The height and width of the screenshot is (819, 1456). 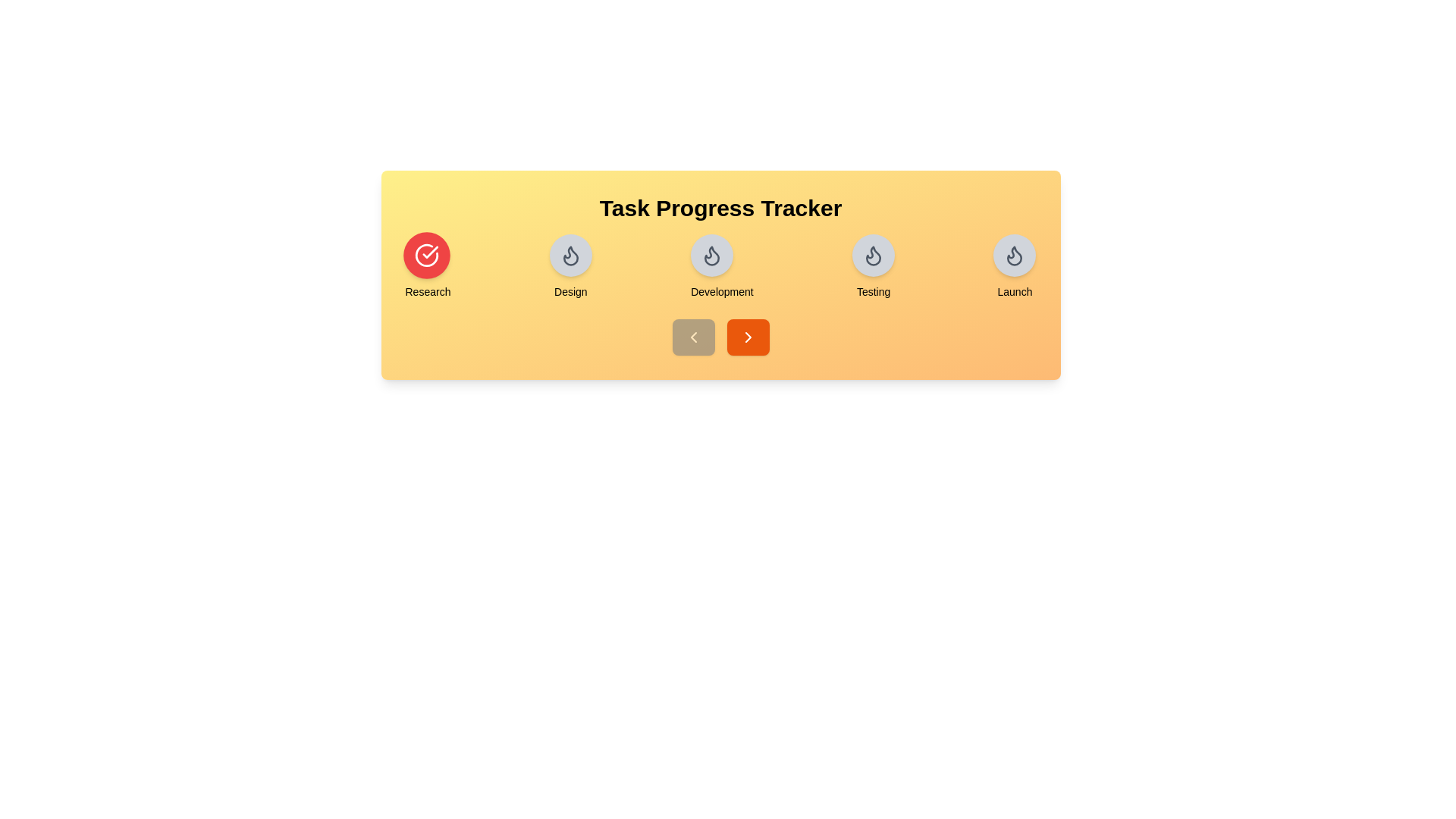 What do you see at coordinates (570, 255) in the screenshot?
I see `the 'Design' stage icon in the task progress tracker, which is the second circular icon from the left in the top row of icons` at bounding box center [570, 255].